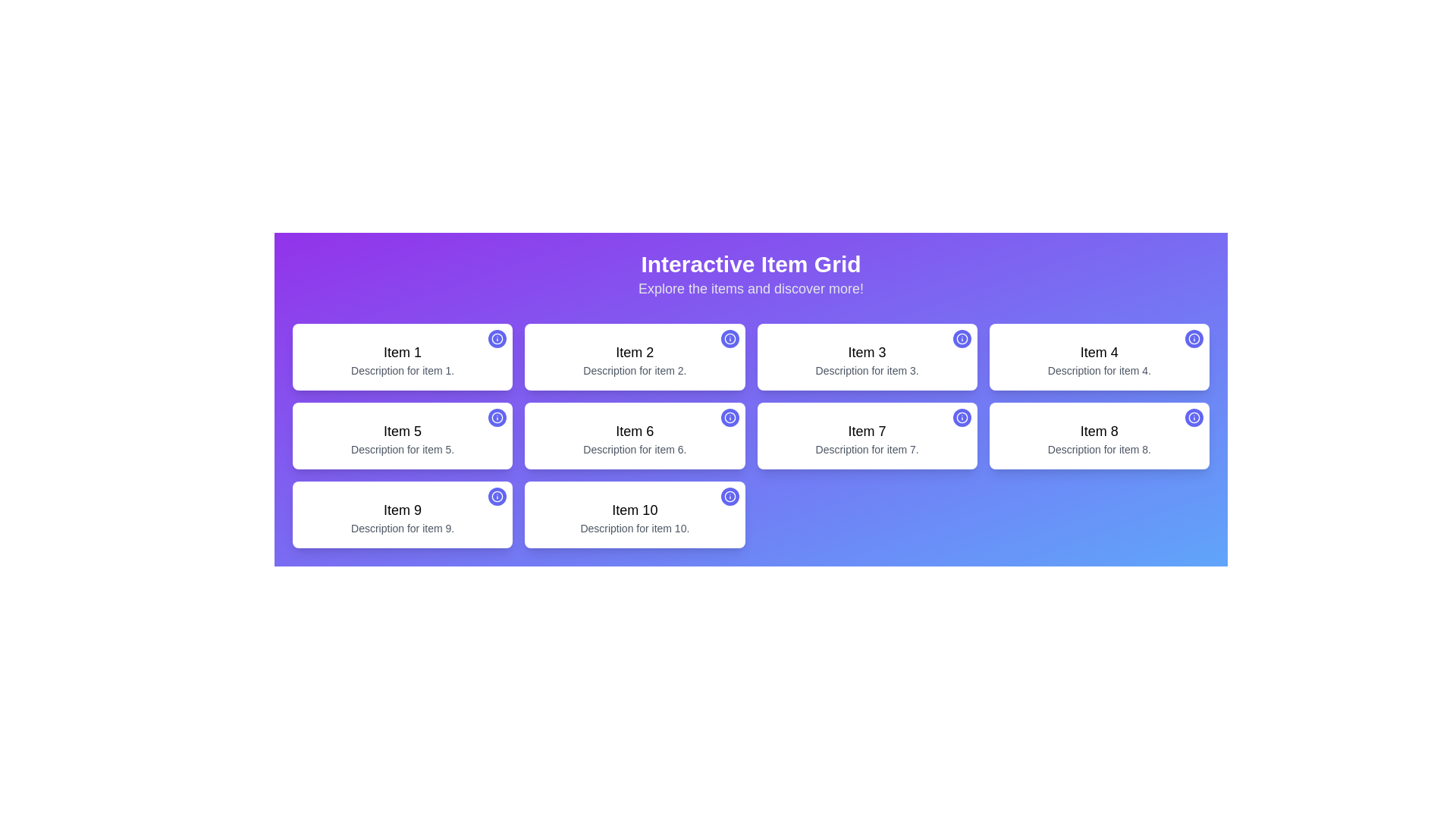 This screenshot has height=819, width=1456. What do you see at coordinates (961, 338) in the screenshot?
I see `the information icon located in the top-right corner of the 'Item 3' card` at bounding box center [961, 338].